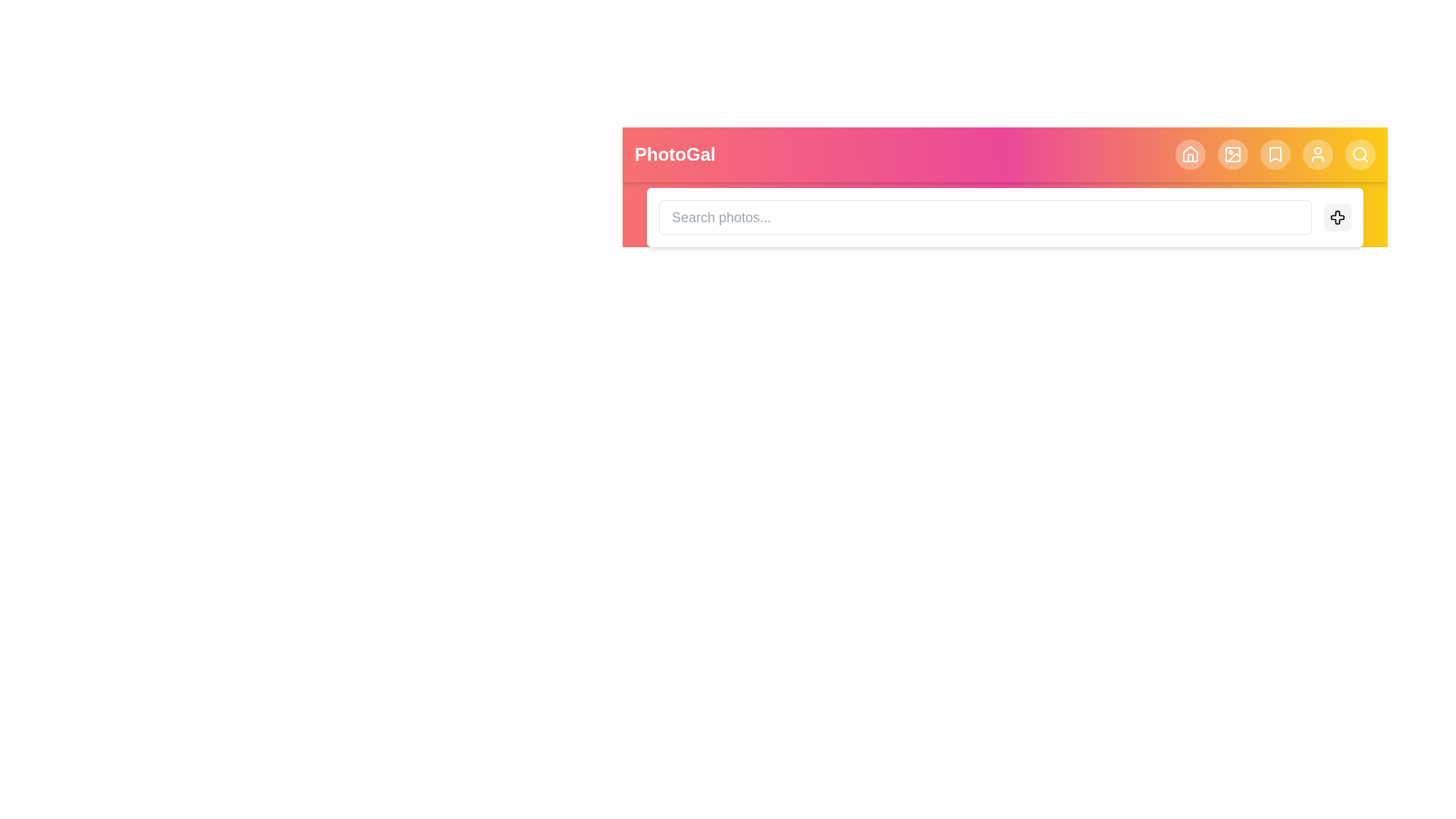  Describe the element at coordinates (1189, 155) in the screenshot. I see `the header element corresponding to Home` at that location.